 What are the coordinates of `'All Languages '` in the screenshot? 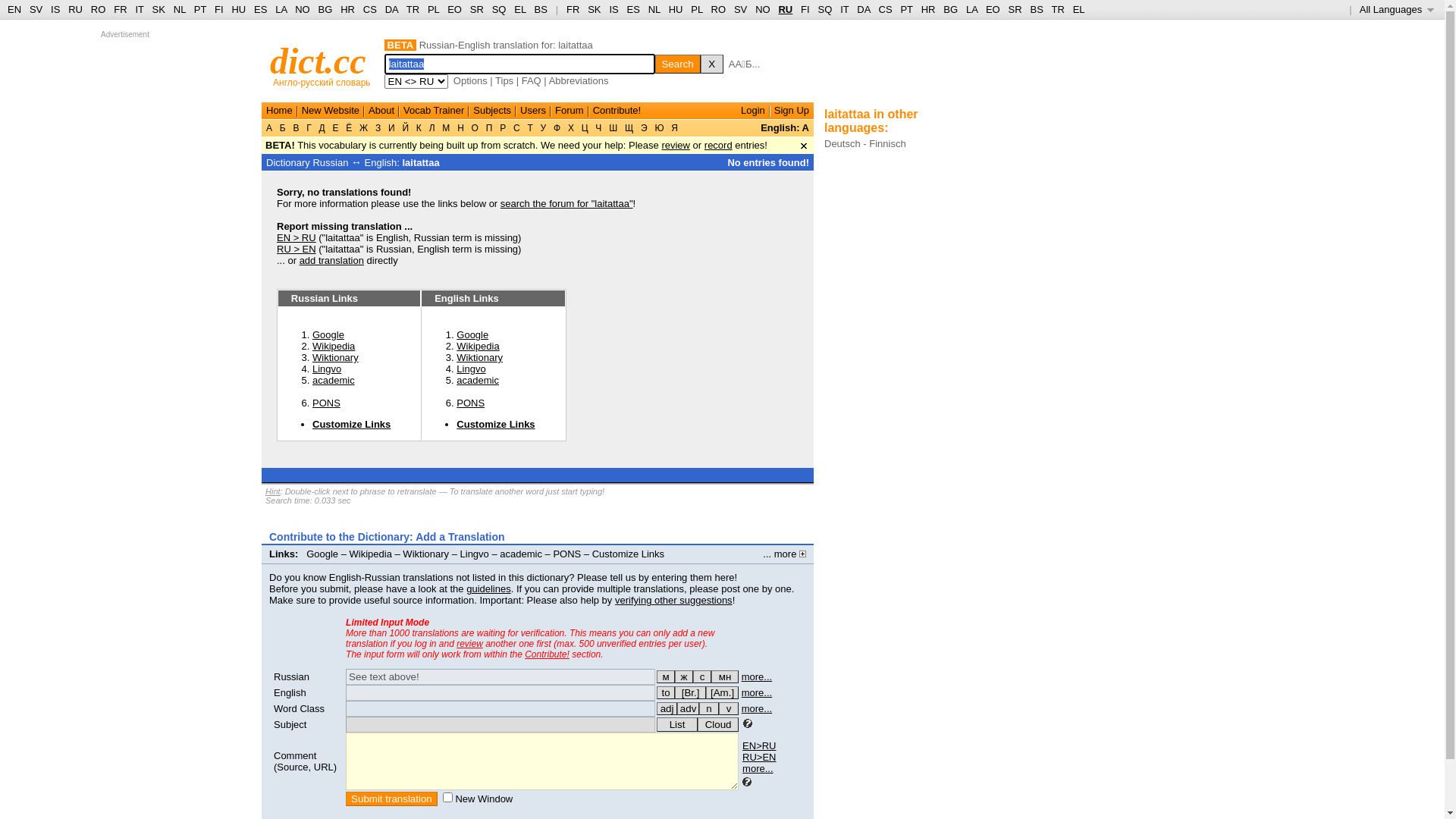 It's located at (1396, 9).